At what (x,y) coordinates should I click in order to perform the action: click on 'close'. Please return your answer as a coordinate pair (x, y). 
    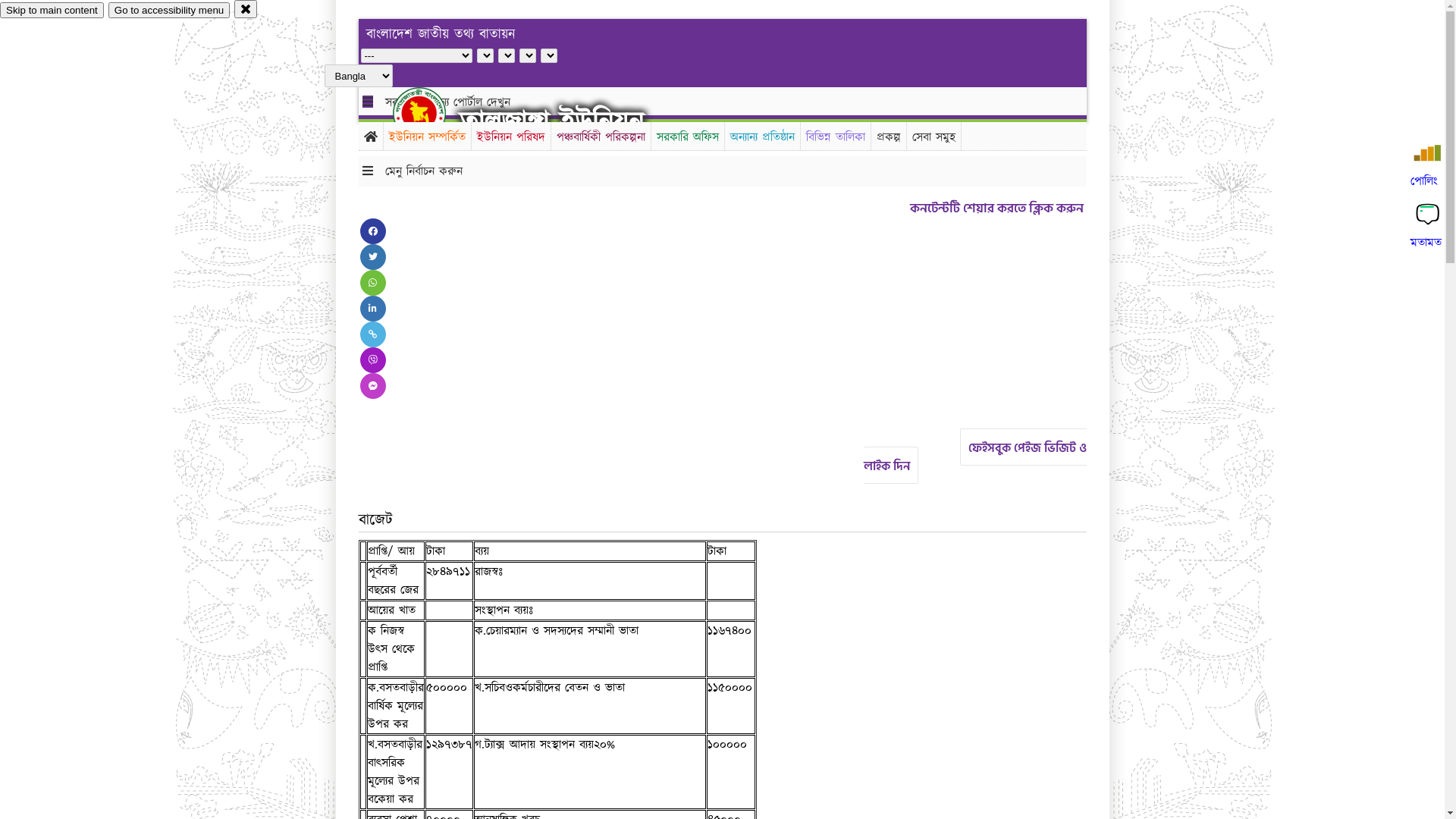
    Looking at the image, I should click on (246, 8).